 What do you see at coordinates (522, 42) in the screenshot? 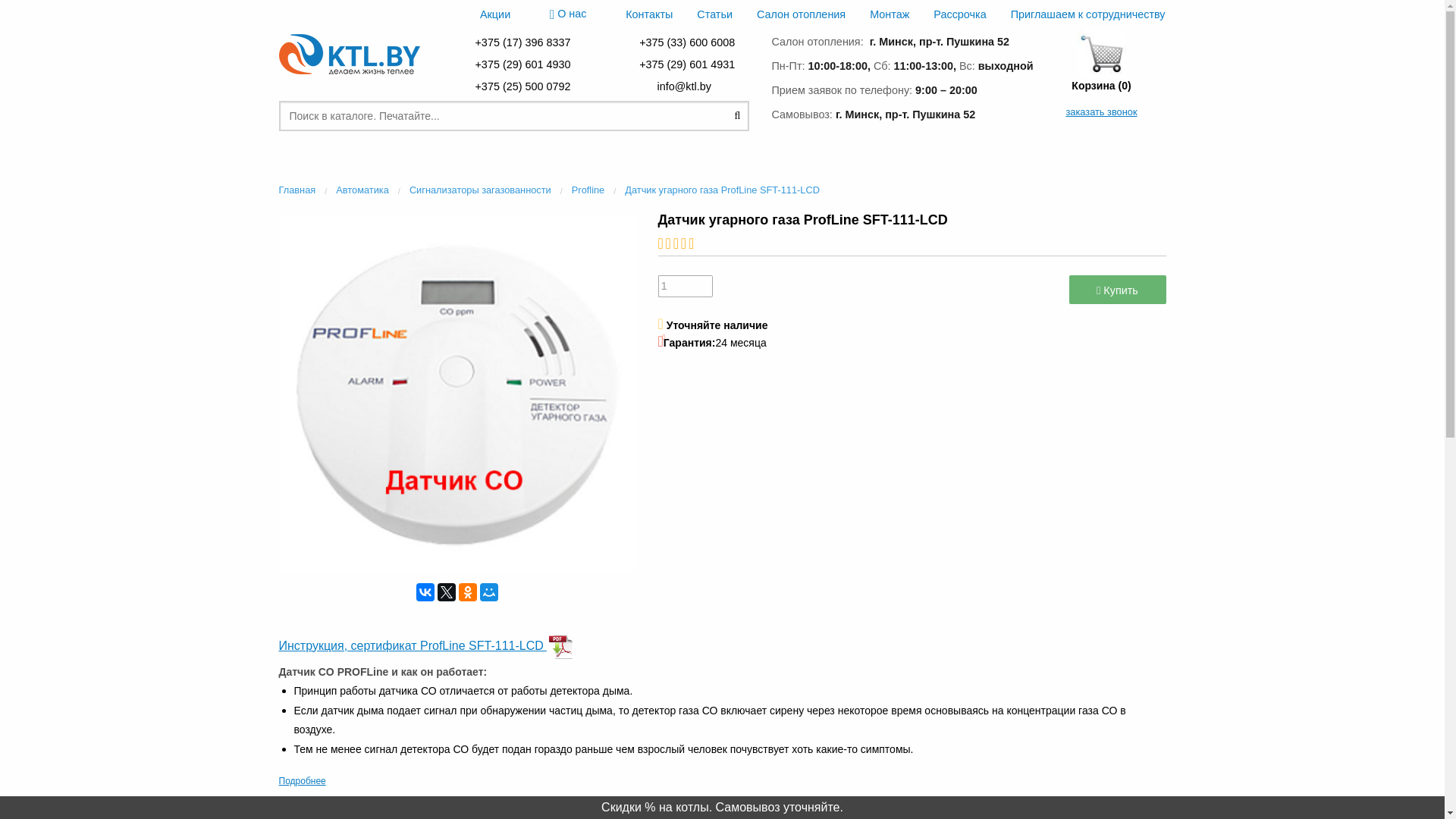
I see `'+375 (17) 396 8337'` at bounding box center [522, 42].